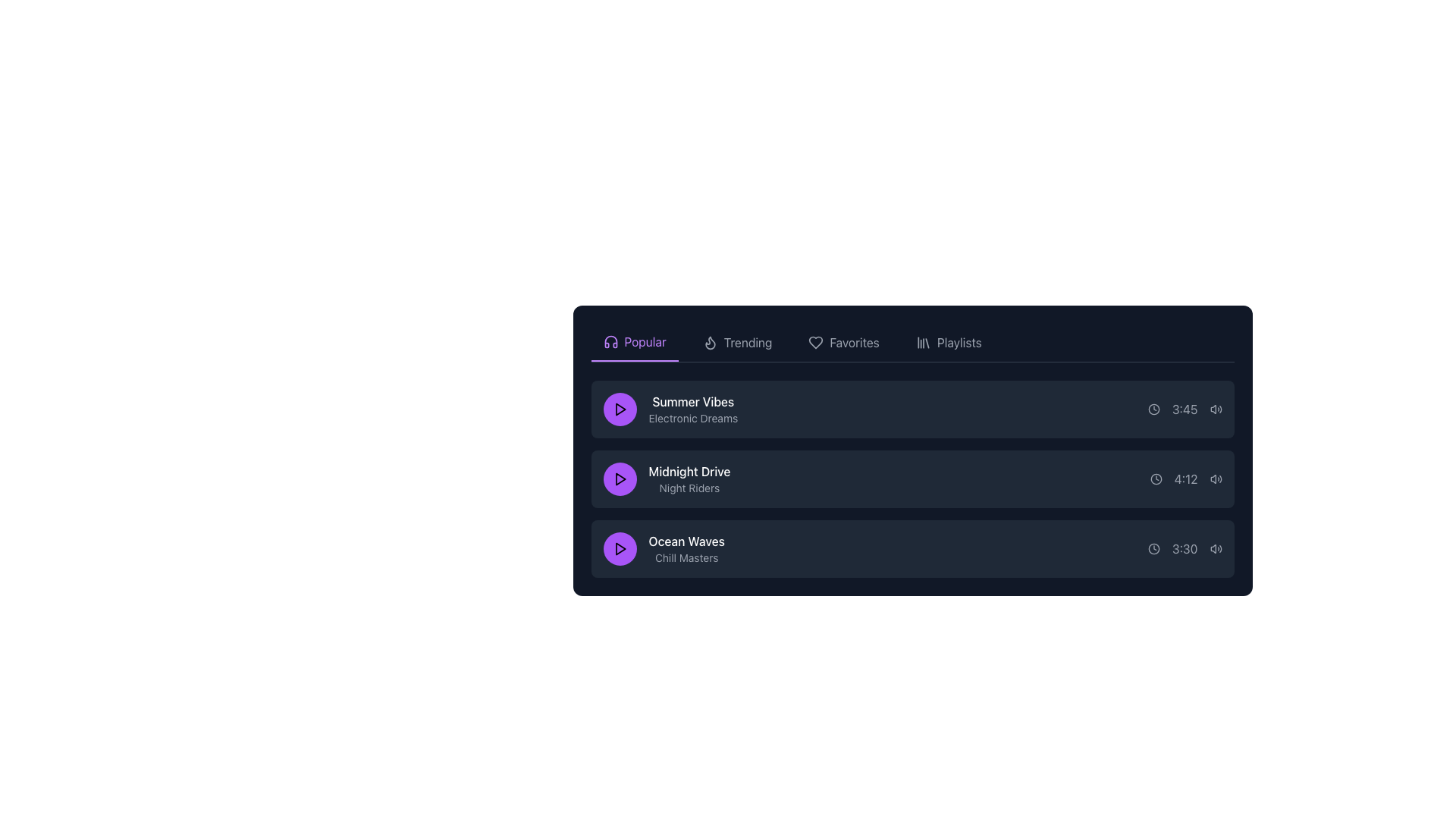 The height and width of the screenshot is (819, 1456). What do you see at coordinates (926, 343) in the screenshot?
I see `the decorative segment of the library icon located in the 'Playlists' tab header, which is the fourth segment from the left` at bounding box center [926, 343].